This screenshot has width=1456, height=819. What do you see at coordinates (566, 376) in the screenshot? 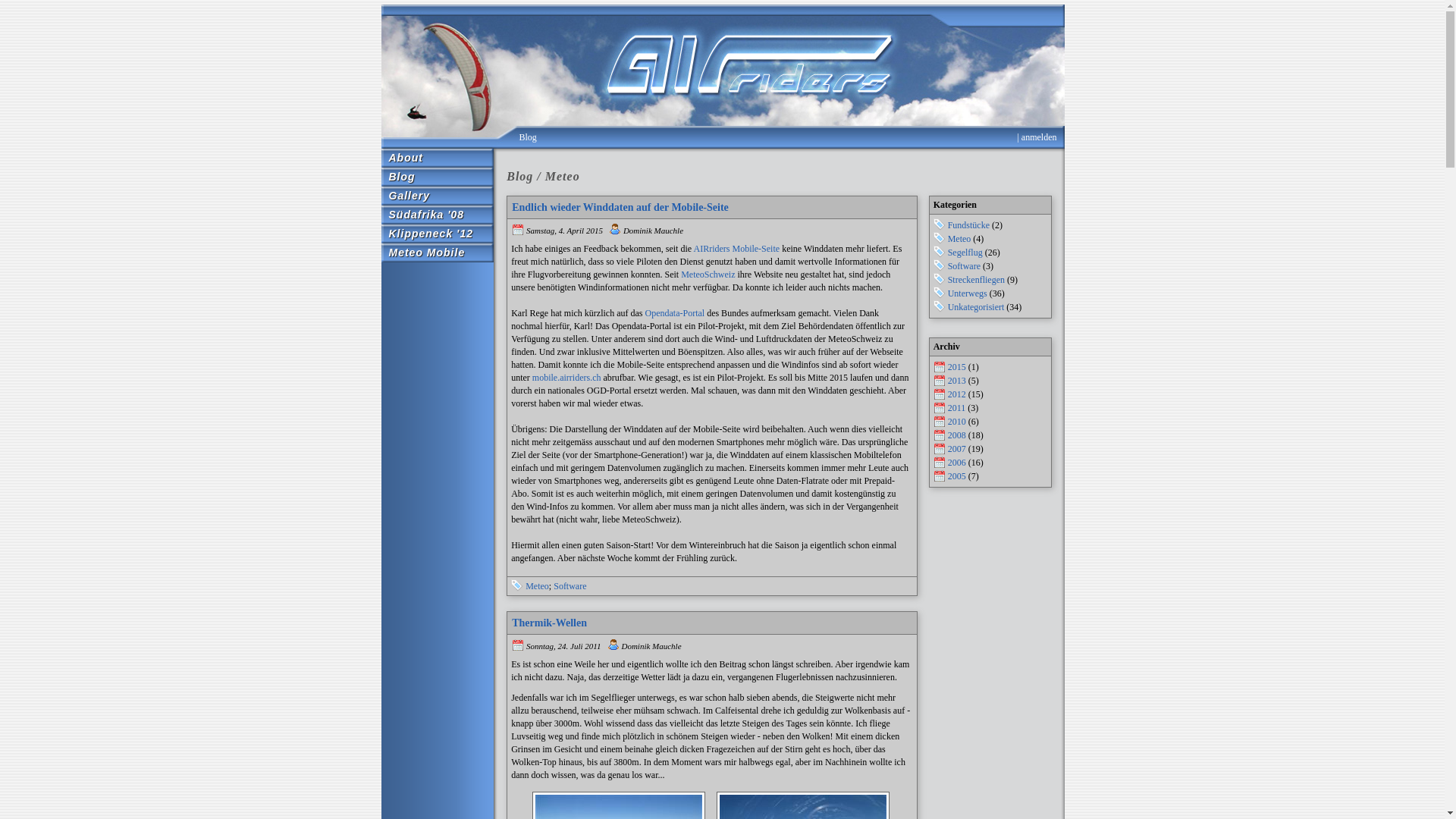
I see `'mobile.airriders.ch'` at bounding box center [566, 376].